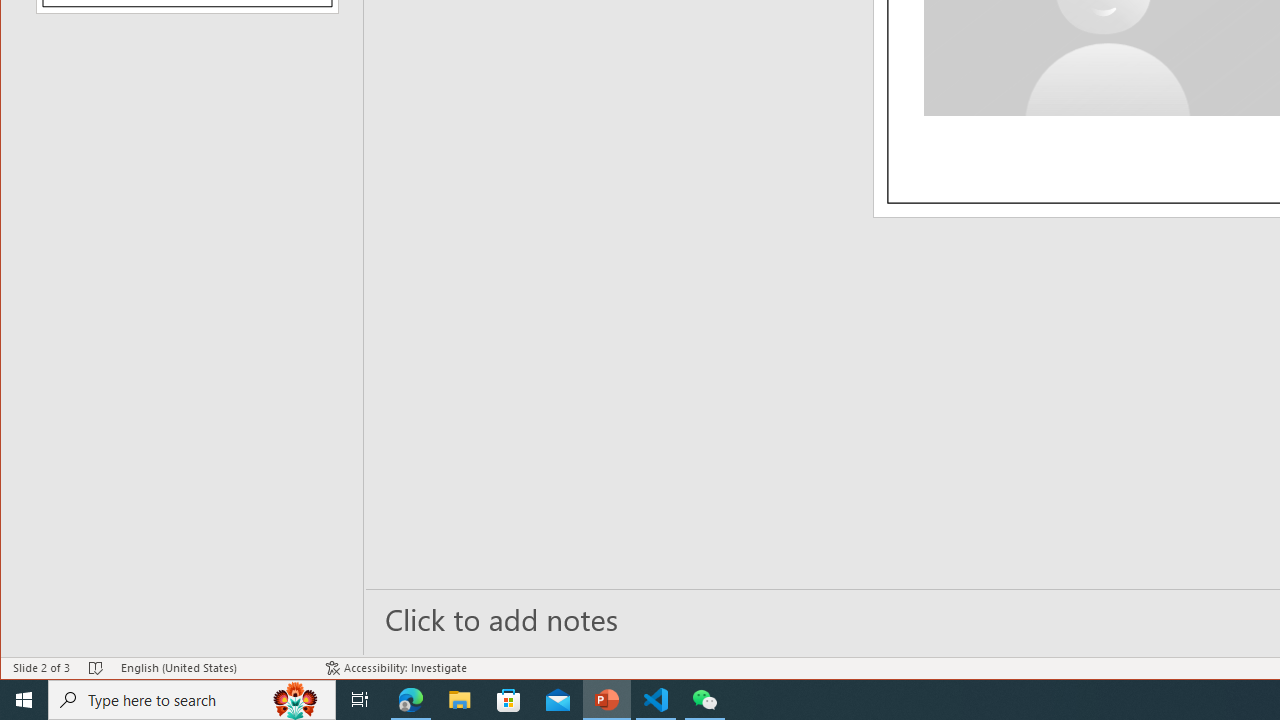  Describe the element at coordinates (410, 698) in the screenshot. I see `'Microsoft Edge - 1 running window'` at that location.